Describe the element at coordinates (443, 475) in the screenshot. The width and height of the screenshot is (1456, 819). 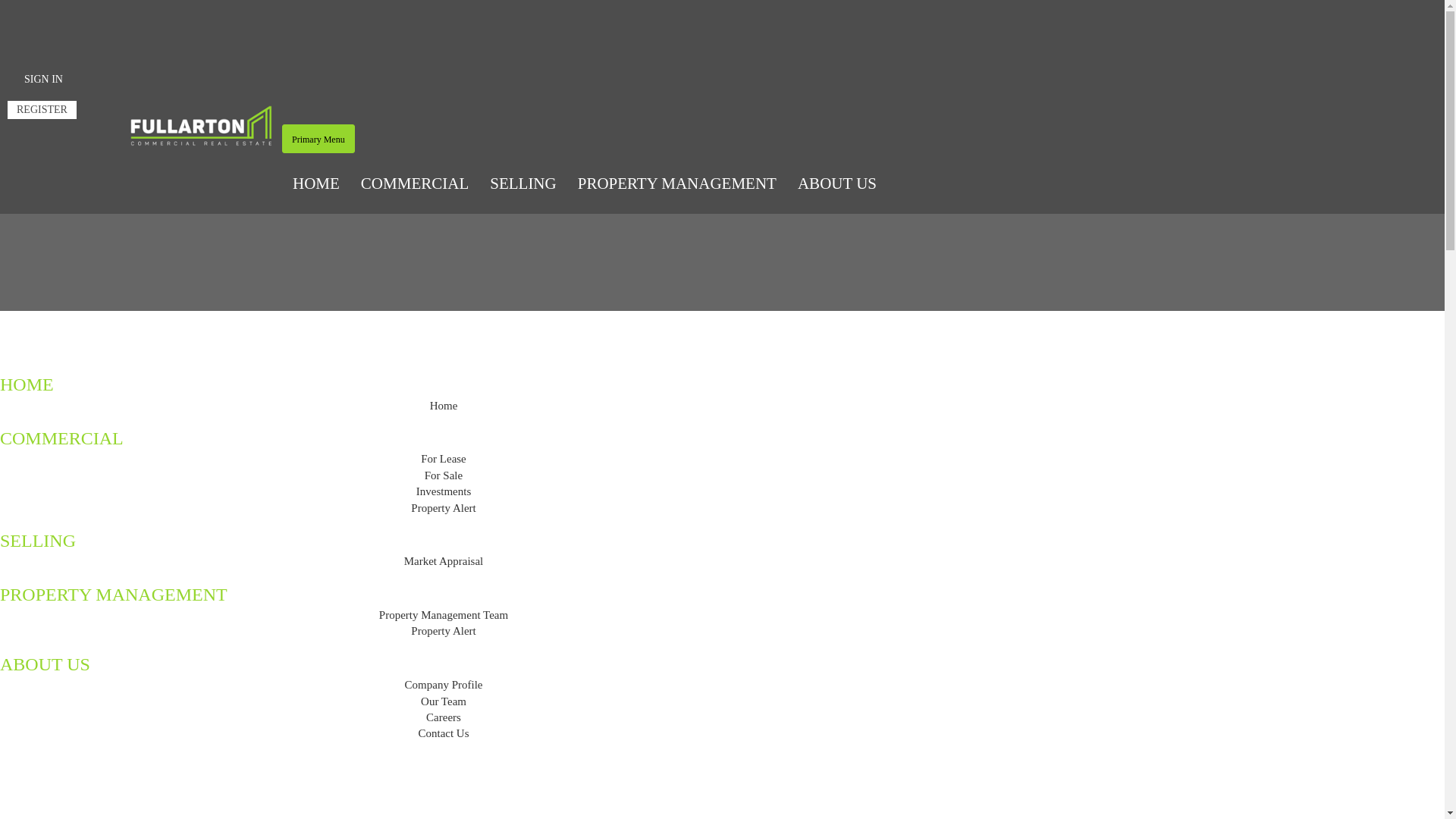
I see `'For Sale'` at that location.